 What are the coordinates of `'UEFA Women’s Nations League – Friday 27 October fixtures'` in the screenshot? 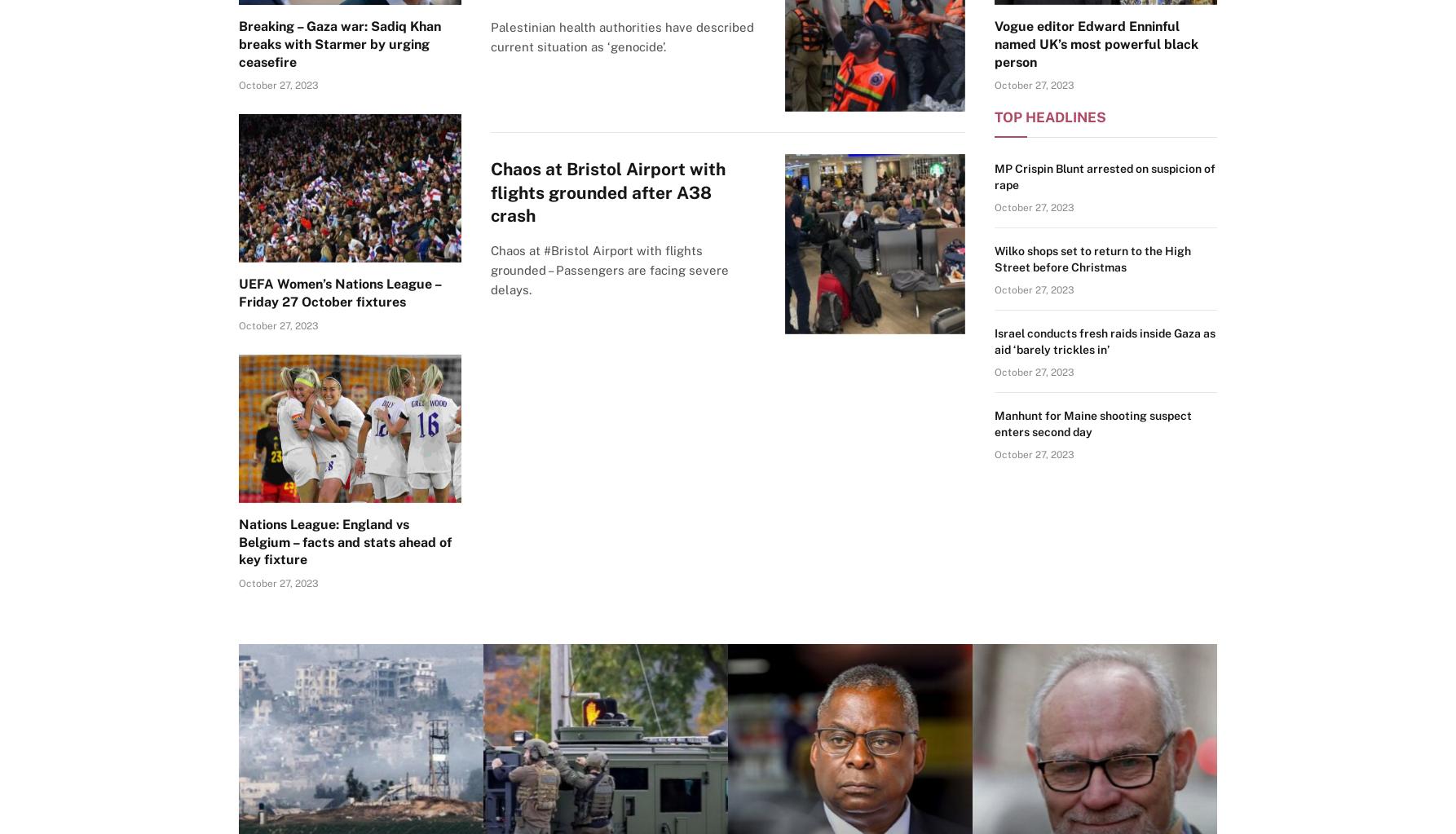 It's located at (340, 292).